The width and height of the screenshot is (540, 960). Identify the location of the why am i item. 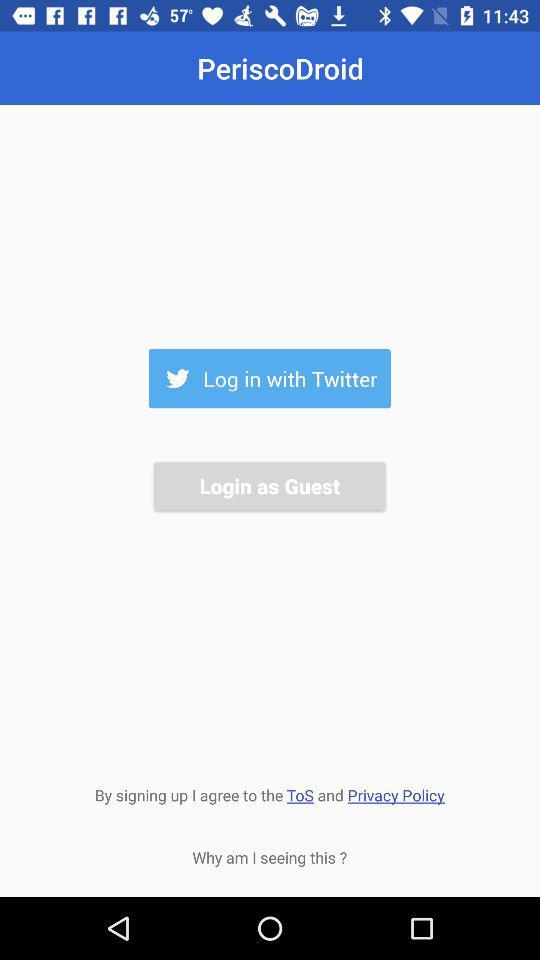
(269, 856).